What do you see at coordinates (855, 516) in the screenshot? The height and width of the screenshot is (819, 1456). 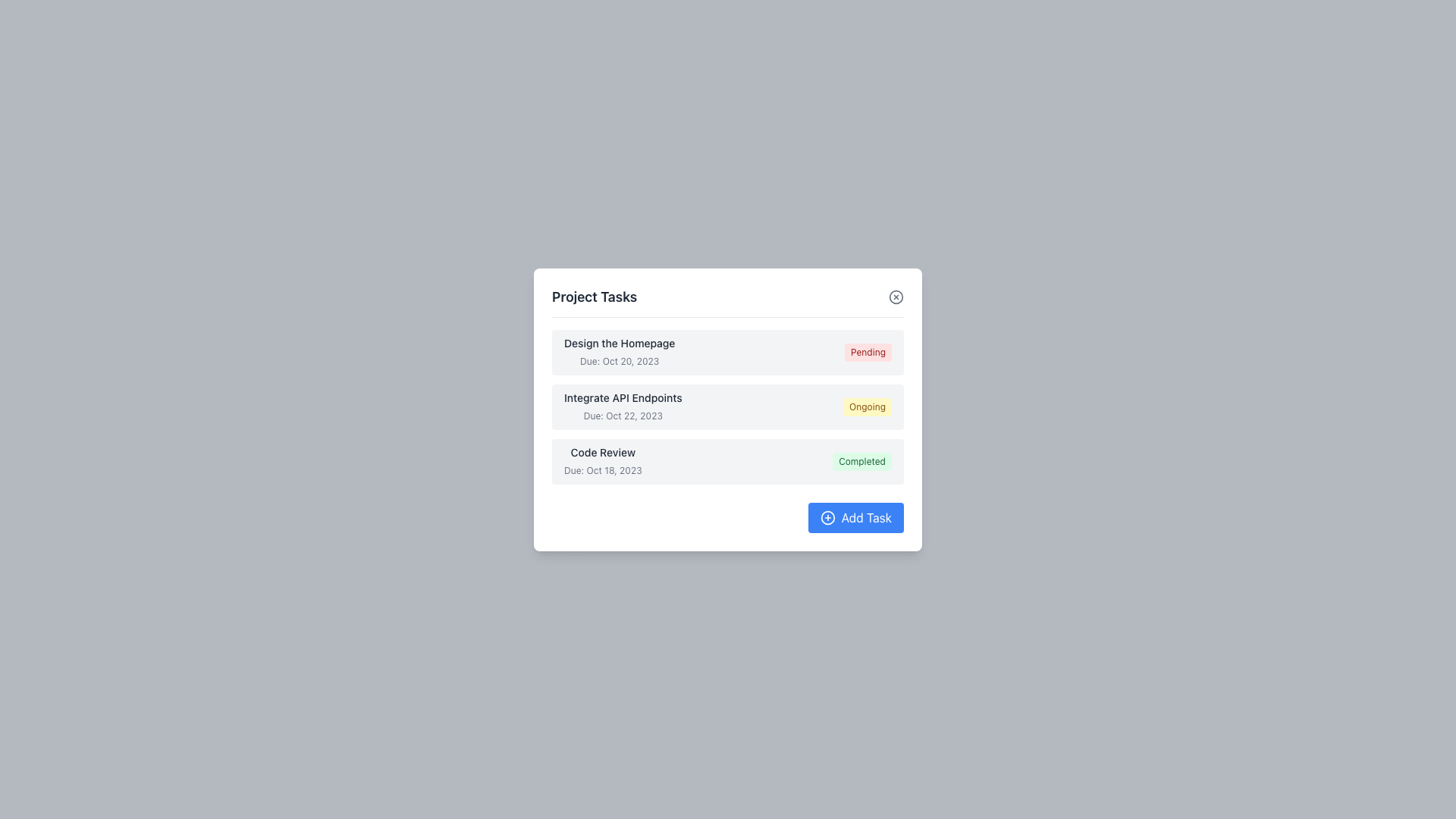 I see `the blue 'Add Task' button with white text and a plus icon, located at the bottom right corner of the 'Project Tasks' panel to observe hover changes` at bounding box center [855, 516].